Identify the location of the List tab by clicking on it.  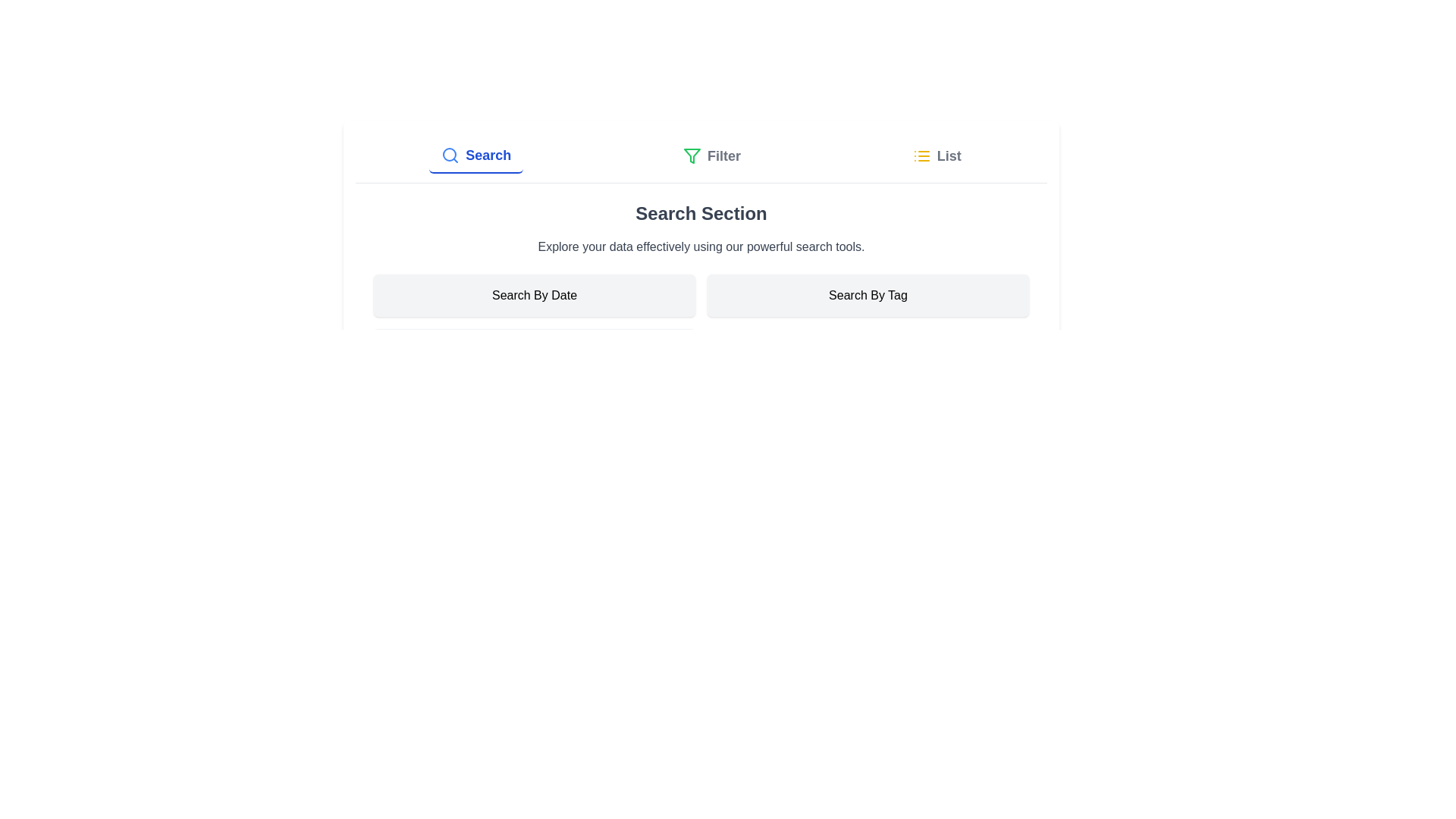
(935, 155).